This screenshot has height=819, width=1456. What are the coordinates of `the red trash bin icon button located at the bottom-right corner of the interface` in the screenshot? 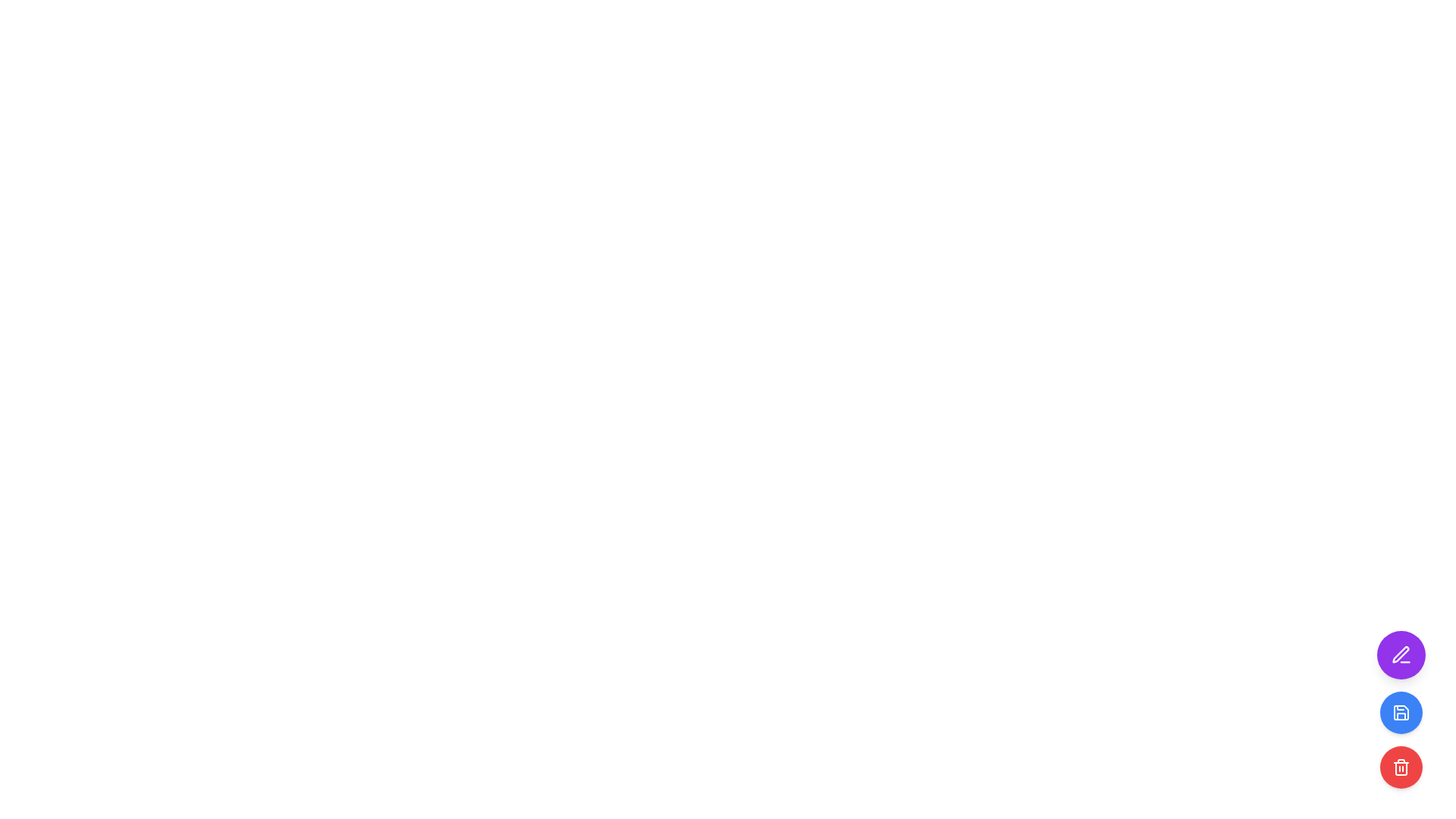 It's located at (1401, 767).